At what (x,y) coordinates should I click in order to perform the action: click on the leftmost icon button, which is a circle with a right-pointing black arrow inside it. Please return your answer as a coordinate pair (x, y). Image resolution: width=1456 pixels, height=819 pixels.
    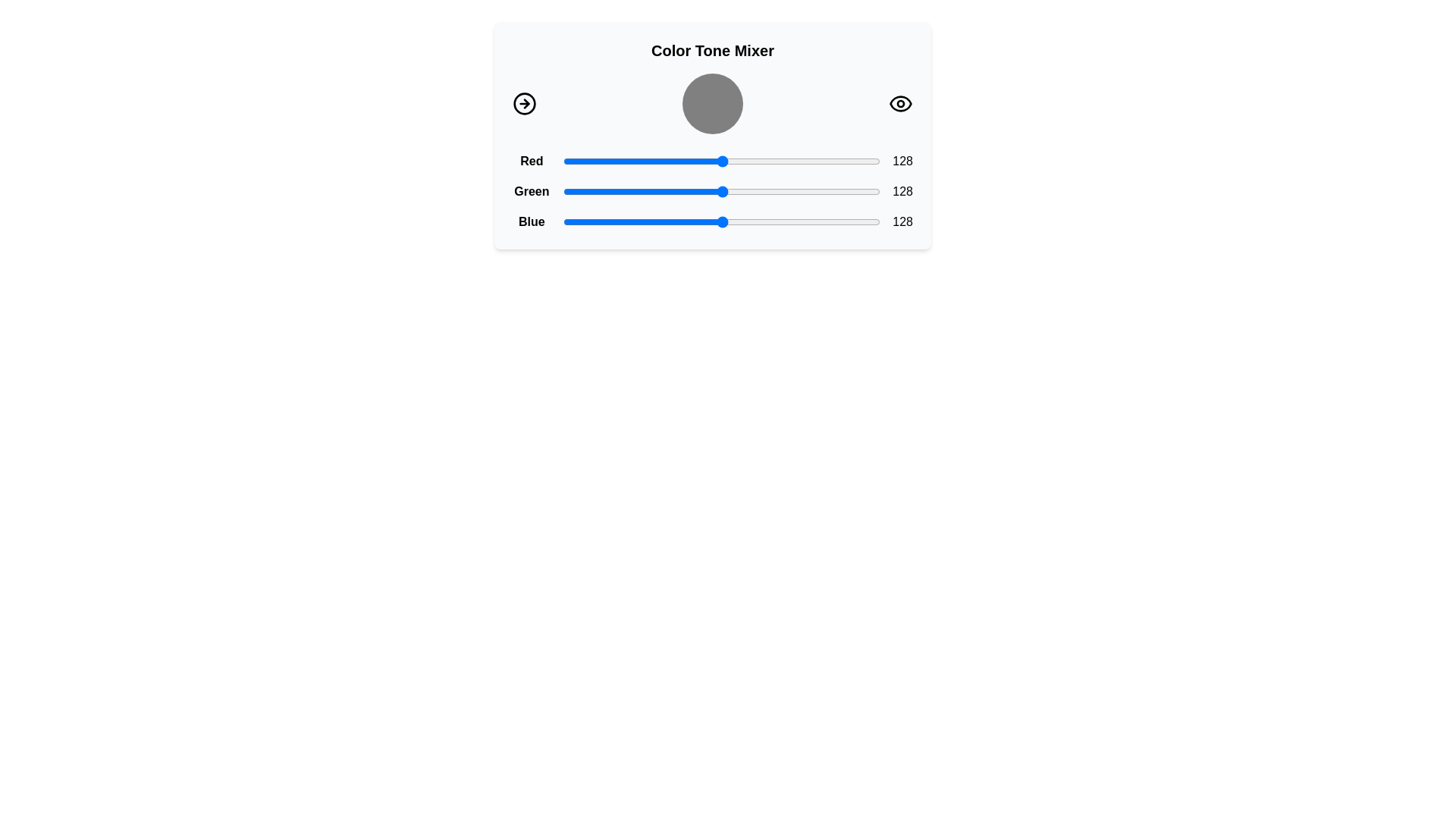
    Looking at the image, I should click on (524, 103).